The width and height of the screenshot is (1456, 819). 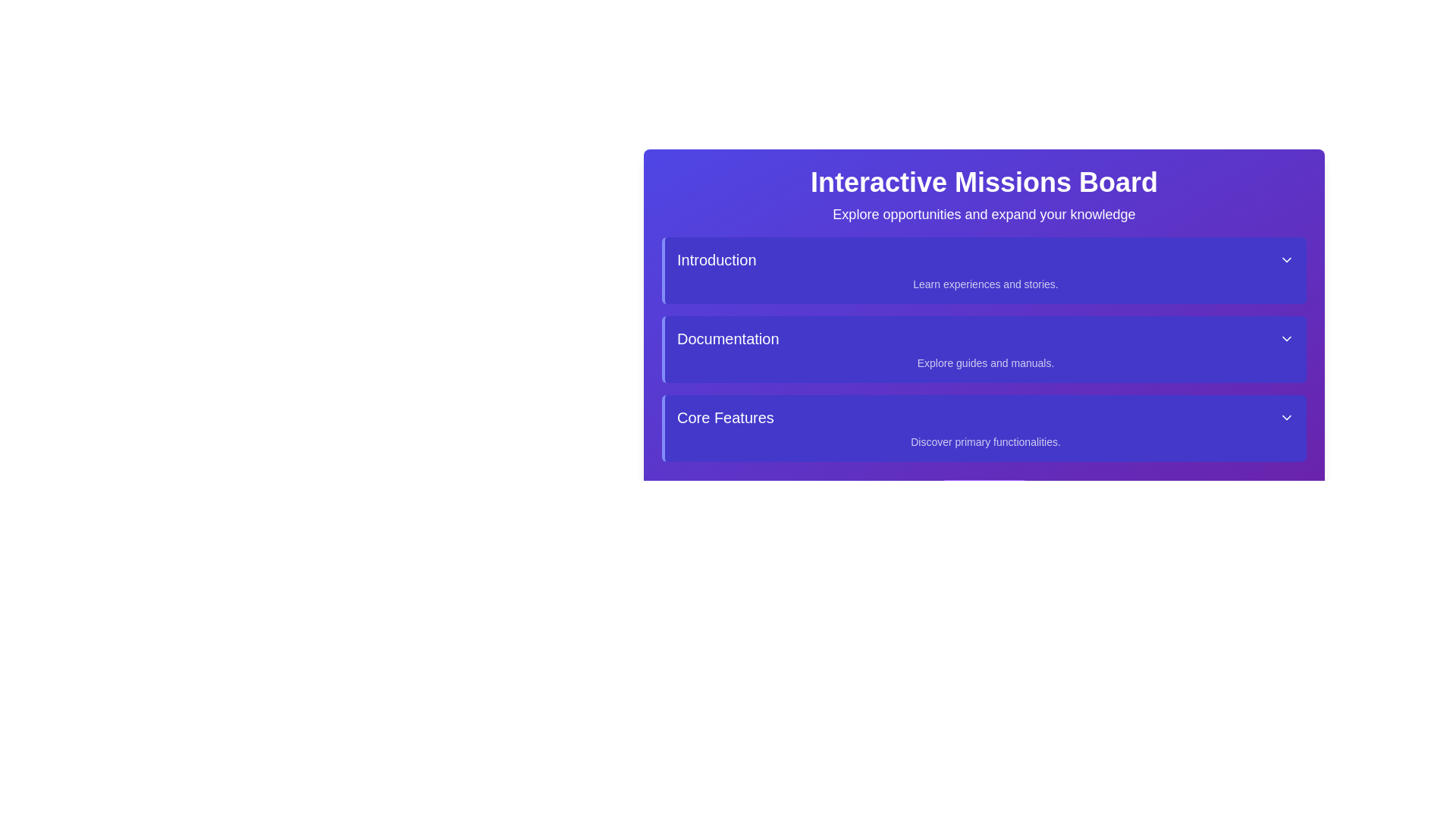 What do you see at coordinates (984, 428) in the screenshot?
I see `the 'Core Features' collapsible card for navigation within the 'Interactive Missions Board' interface` at bounding box center [984, 428].